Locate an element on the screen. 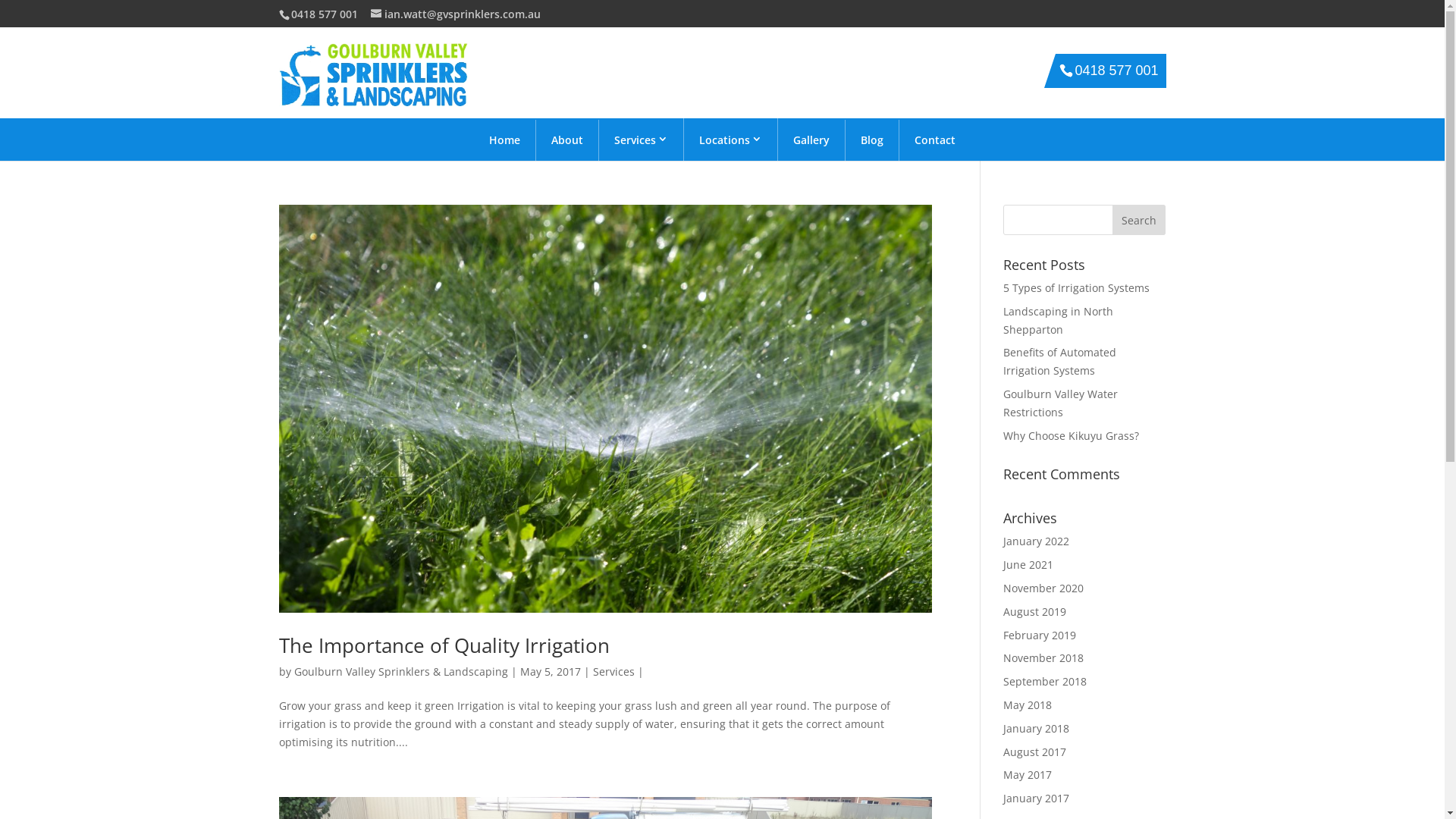  'August 2017' is located at coordinates (1034, 752).